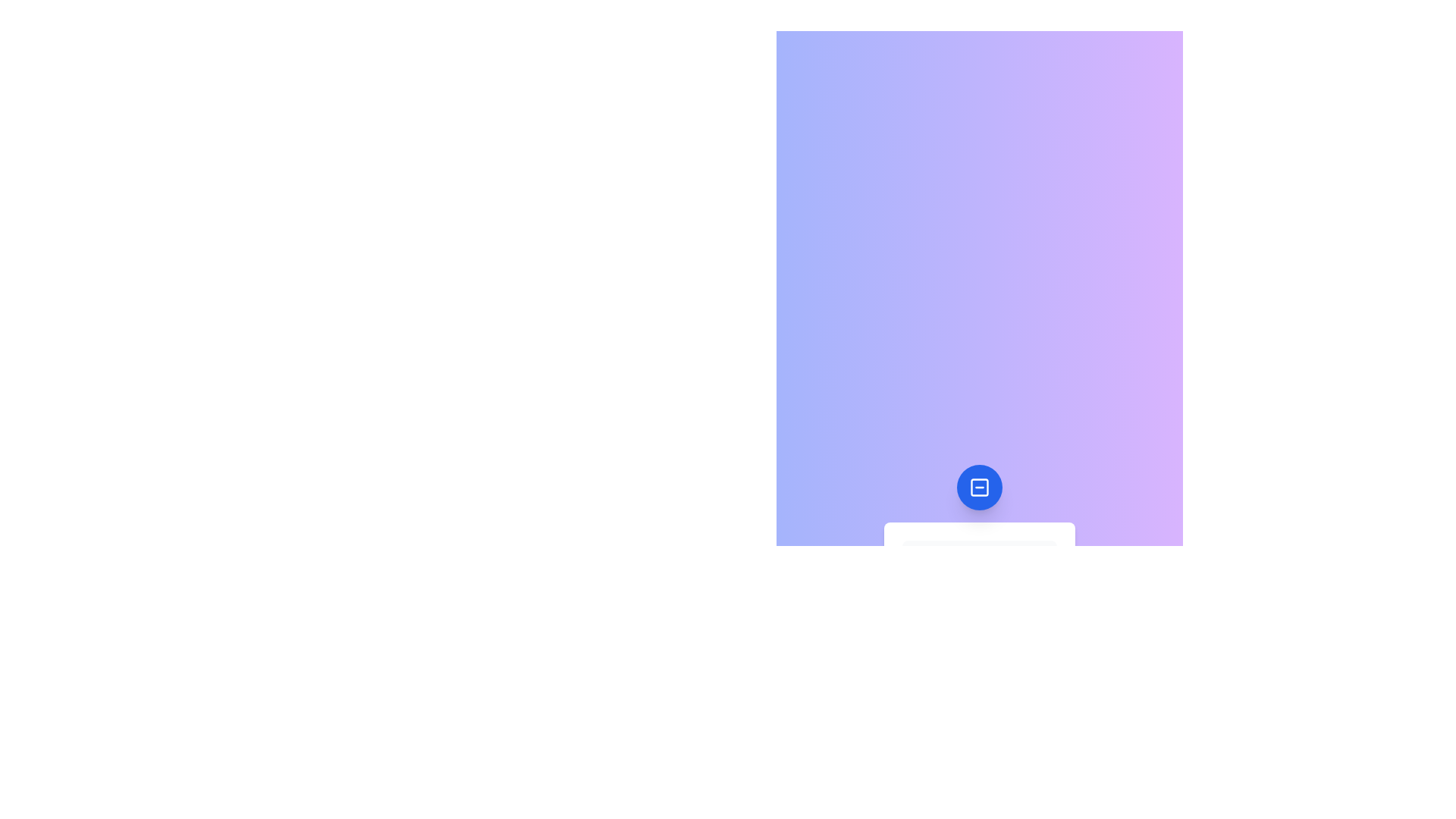 This screenshot has width=1456, height=819. I want to click on the button to toggle the menu visibility, so click(979, 488).